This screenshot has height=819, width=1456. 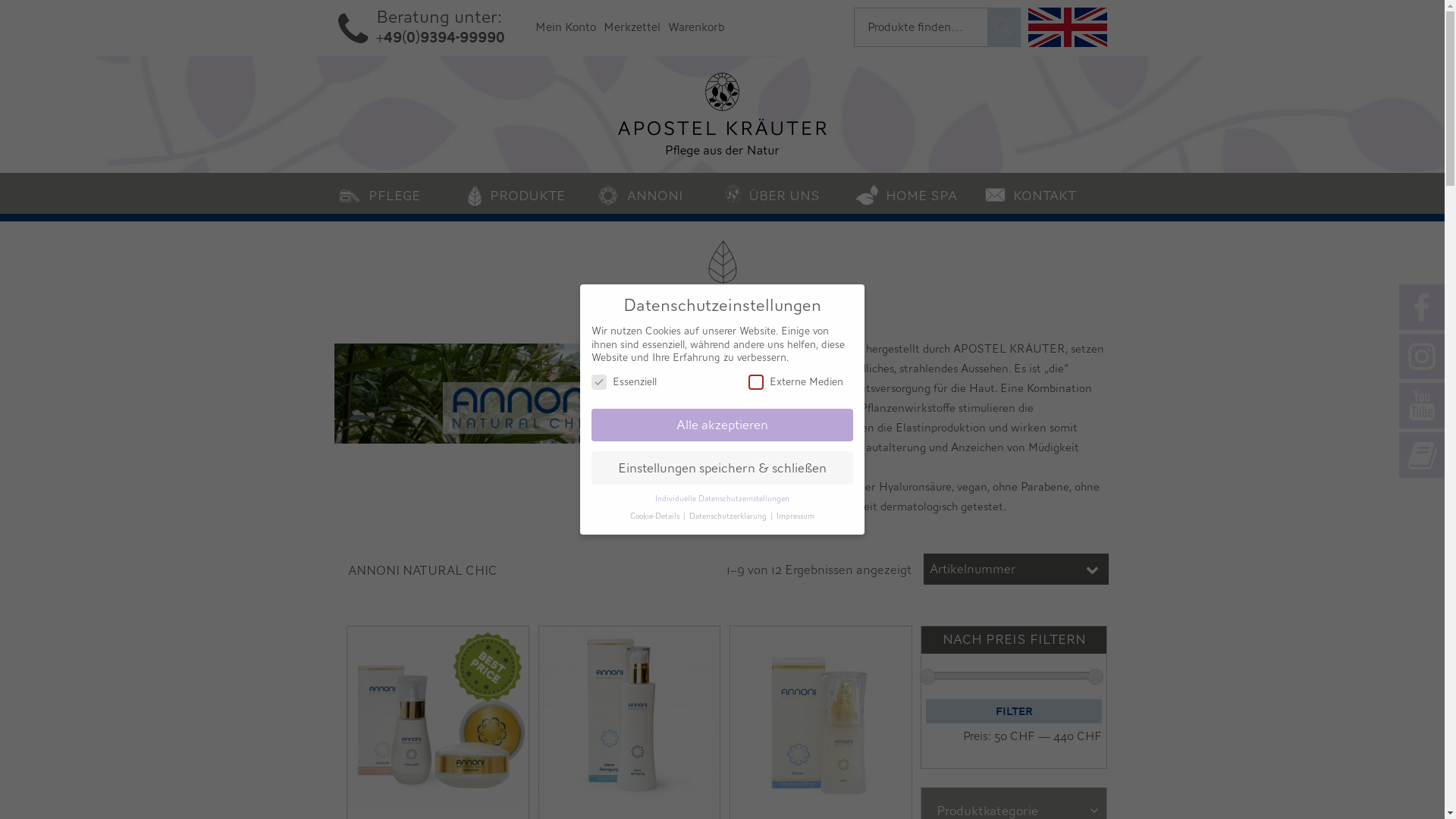 What do you see at coordinates (1421, 405) in the screenshot?
I see `'Youtube'` at bounding box center [1421, 405].